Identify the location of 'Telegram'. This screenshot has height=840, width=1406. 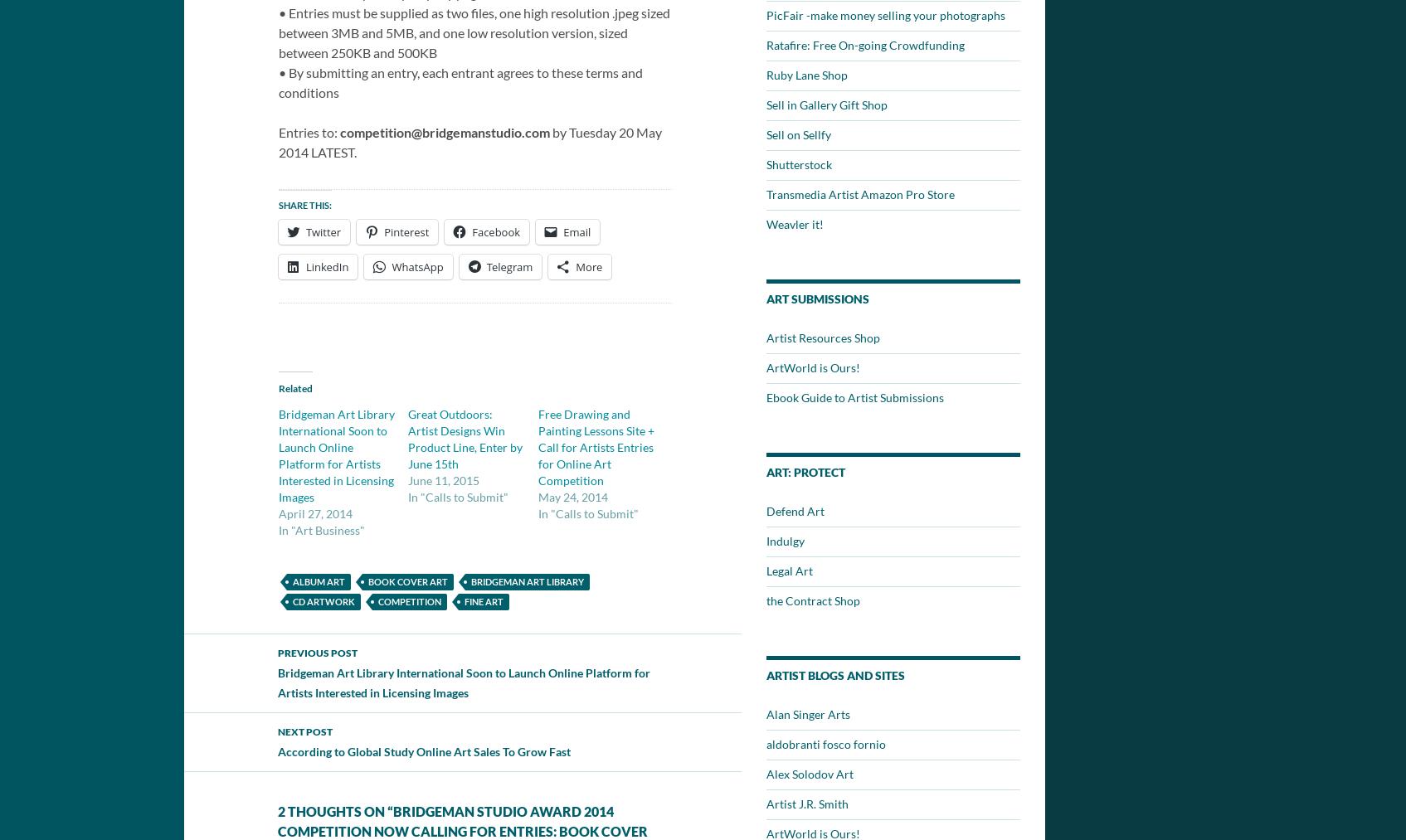
(485, 267).